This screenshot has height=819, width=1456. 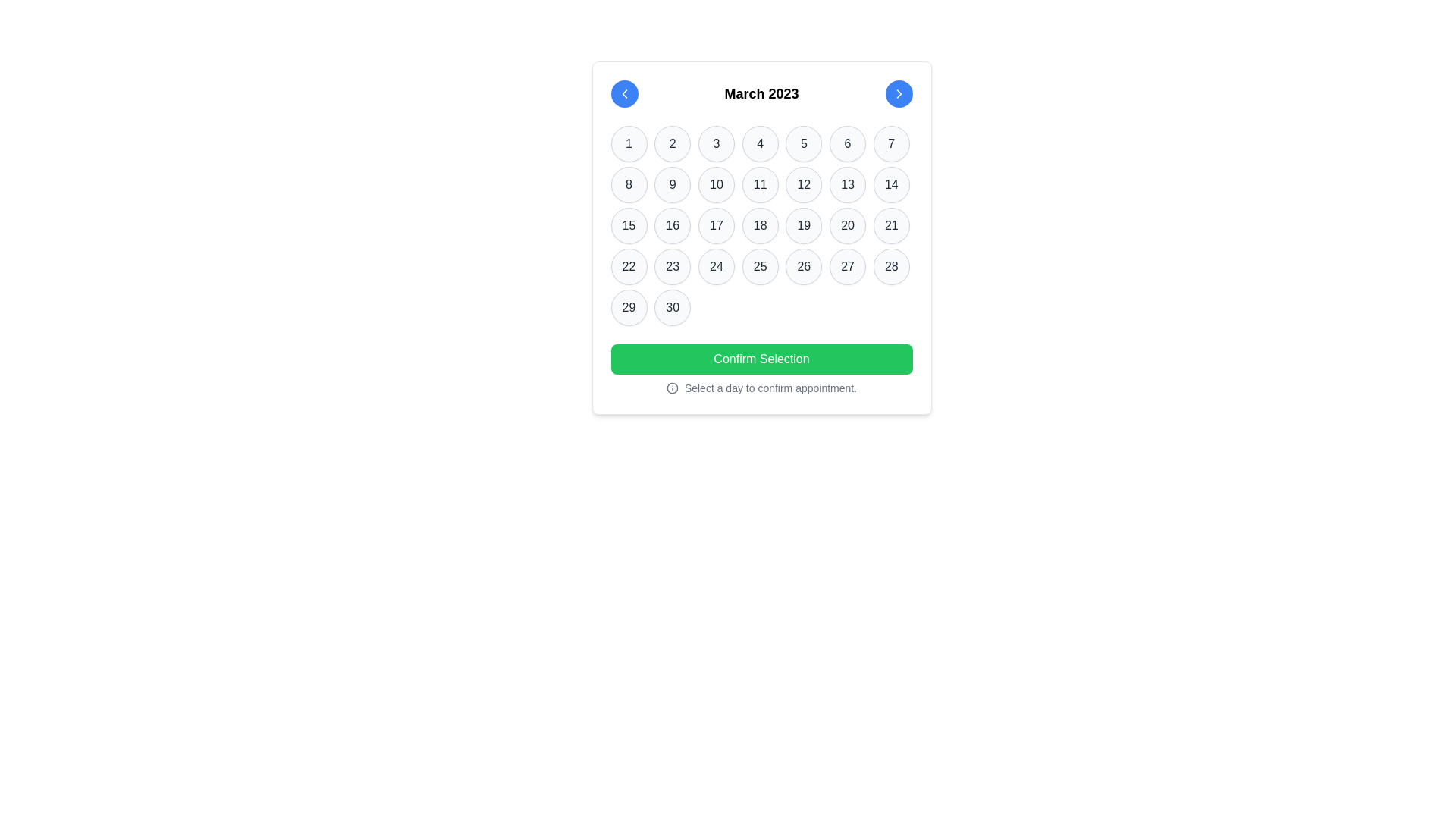 I want to click on the button that represents the date '23' in the calendar grid for user interaction via keyboard, so click(x=672, y=265).